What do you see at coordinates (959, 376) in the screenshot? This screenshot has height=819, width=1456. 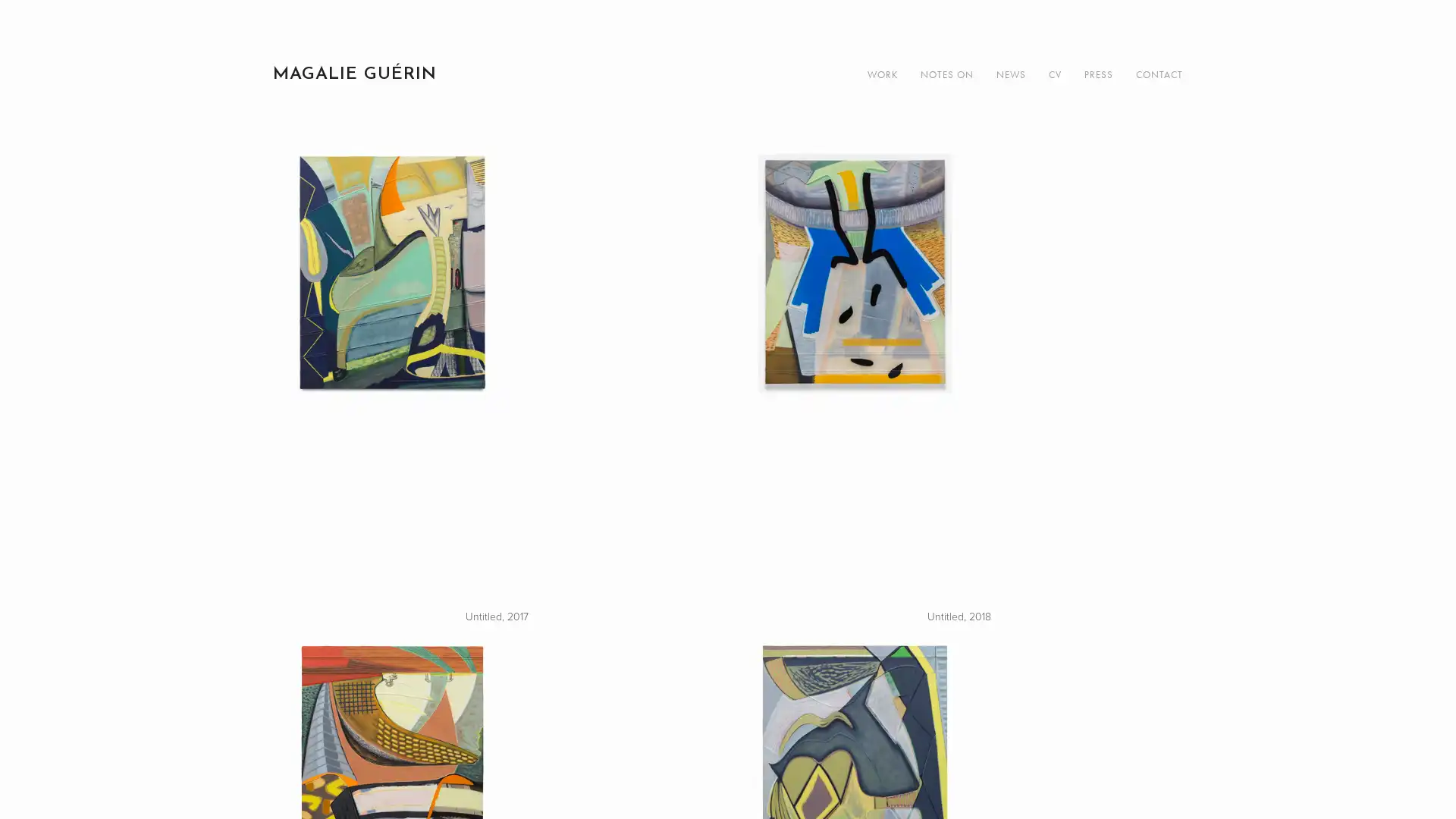 I see `View fullsize Untitled, 2018` at bounding box center [959, 376].